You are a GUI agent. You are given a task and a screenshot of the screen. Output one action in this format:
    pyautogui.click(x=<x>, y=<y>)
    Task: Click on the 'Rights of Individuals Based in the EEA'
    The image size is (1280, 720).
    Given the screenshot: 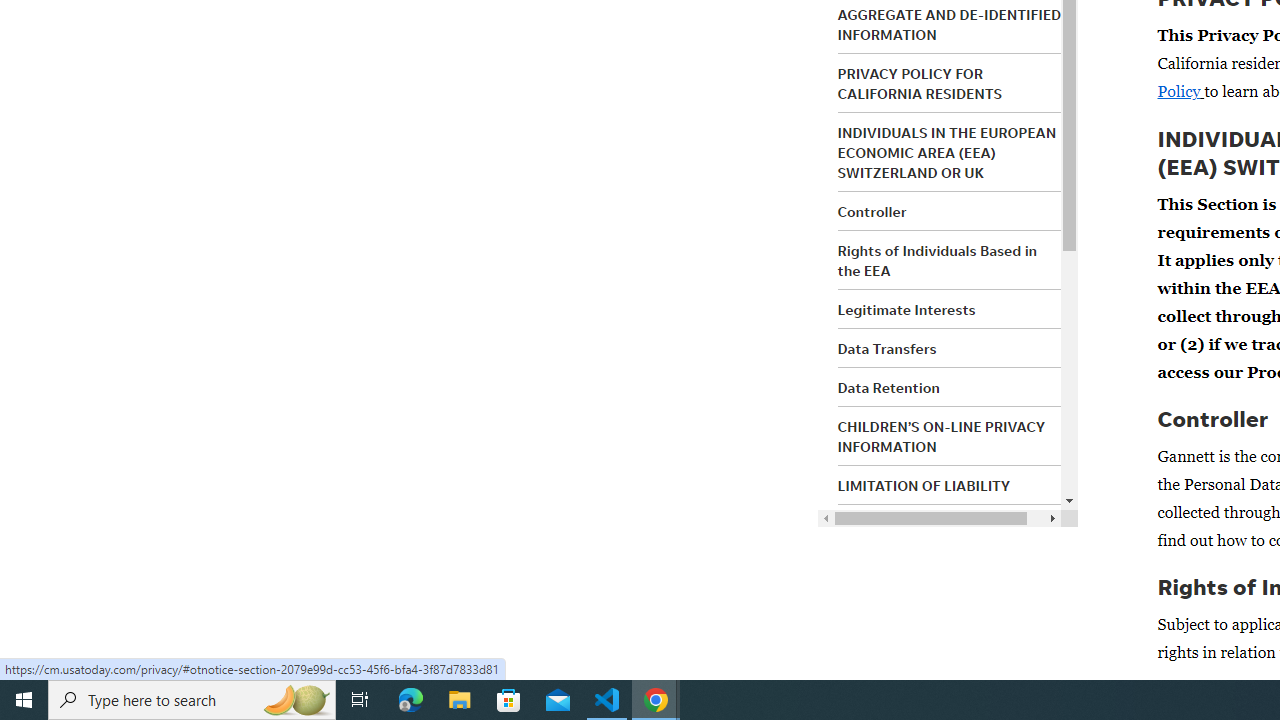 What is the action you would take?
    pyautogui.click(x=936, y=260)
    